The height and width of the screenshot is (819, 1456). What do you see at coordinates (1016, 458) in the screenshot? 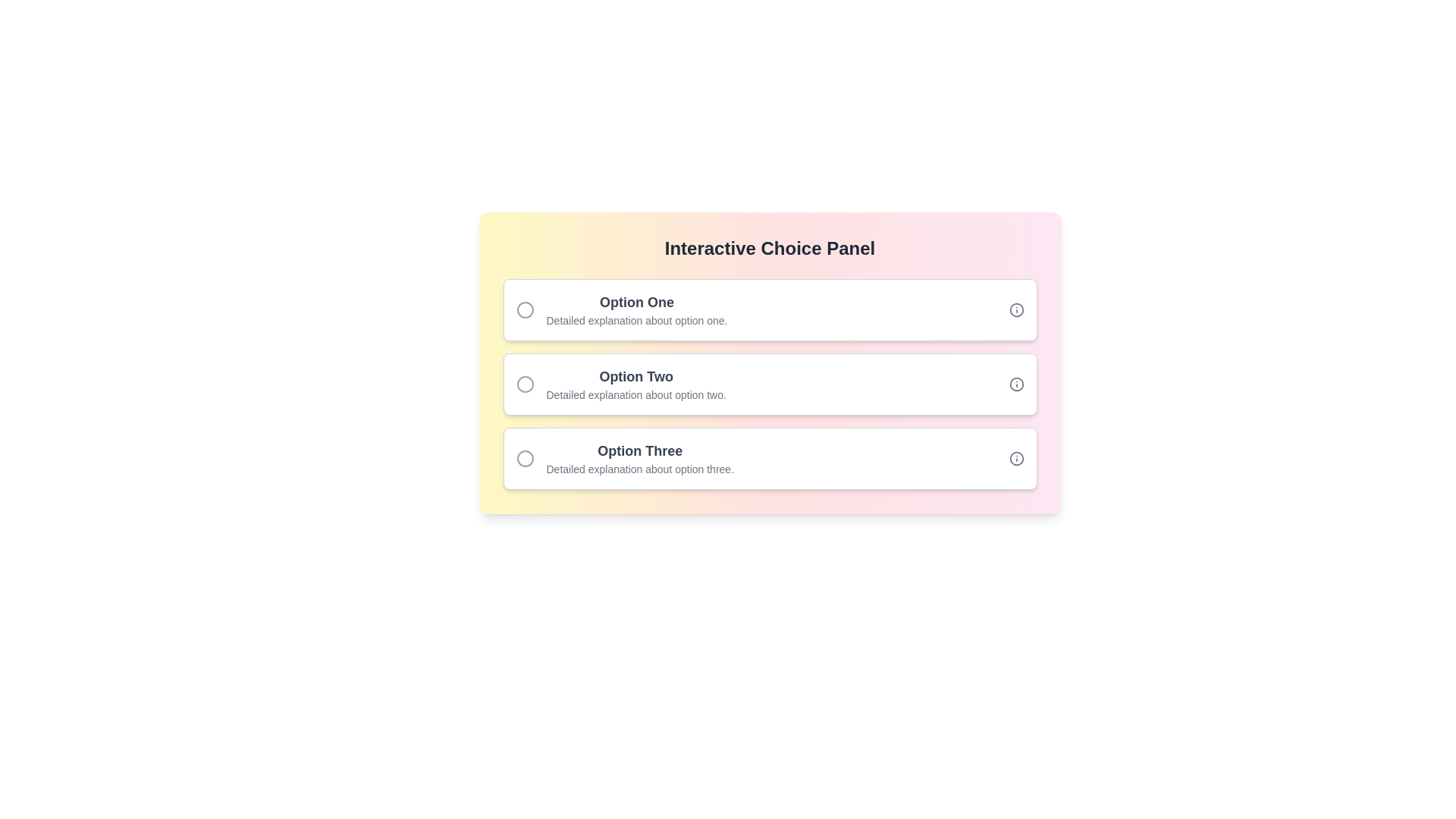
I see `the circular SVG graphical element that is part of an icon, located to the right side of the third option in a vertical stacked list` at bounding box center [1016, 458].